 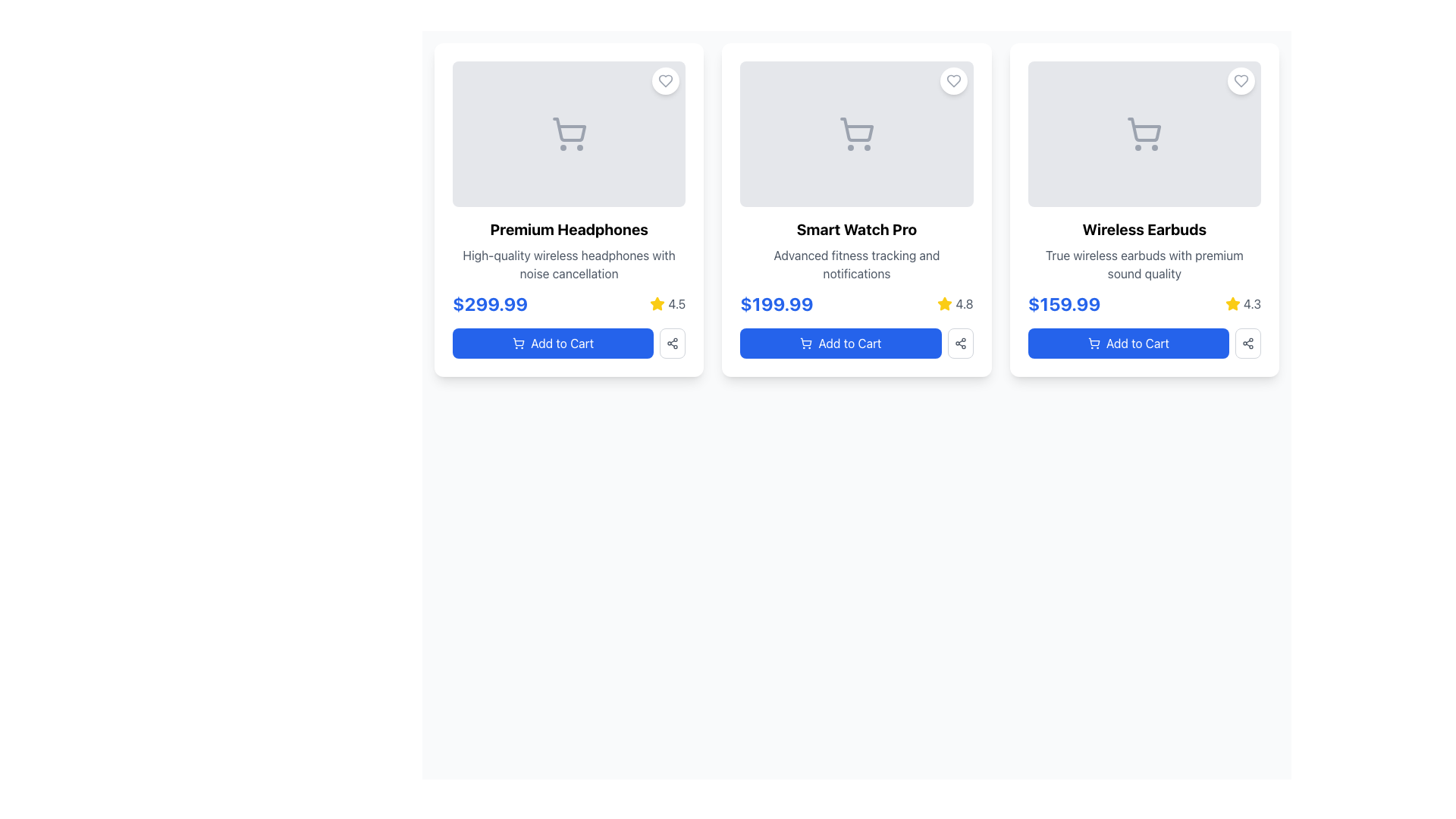 What do you see at coordinates (1248, 343) in the screenshot?
I see `the share button for the 'Wireless Earbuds' product located in the third card, positioned below the star rating and to the right of the 'Add to Cart' button, to observe the hover effects` at bounding box center [1248, 343].